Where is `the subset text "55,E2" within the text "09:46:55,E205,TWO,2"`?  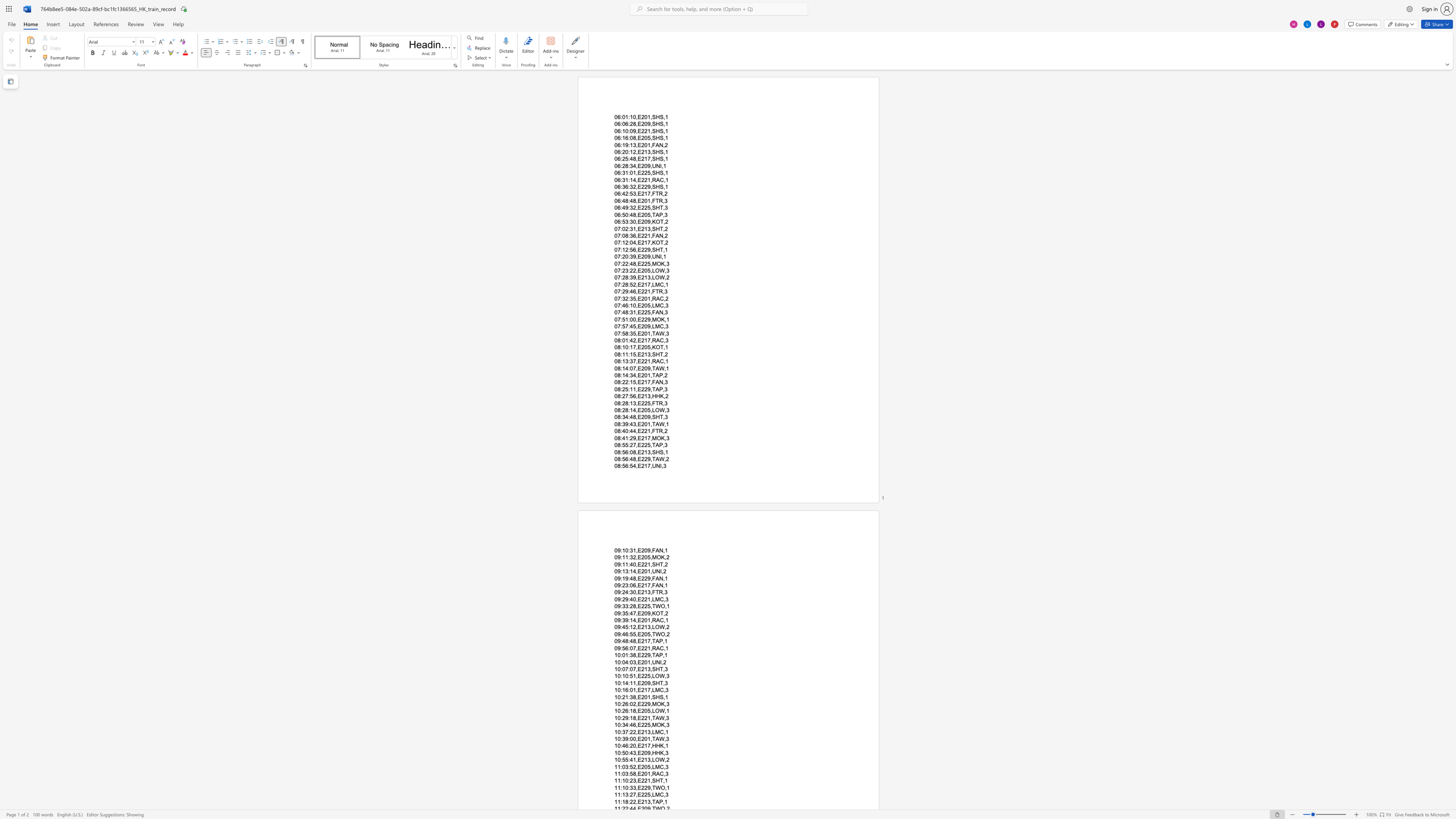 the subset text "55,E2" within the text "09:46:55,E205,TWO,2" is located at coordinates (630, 634).